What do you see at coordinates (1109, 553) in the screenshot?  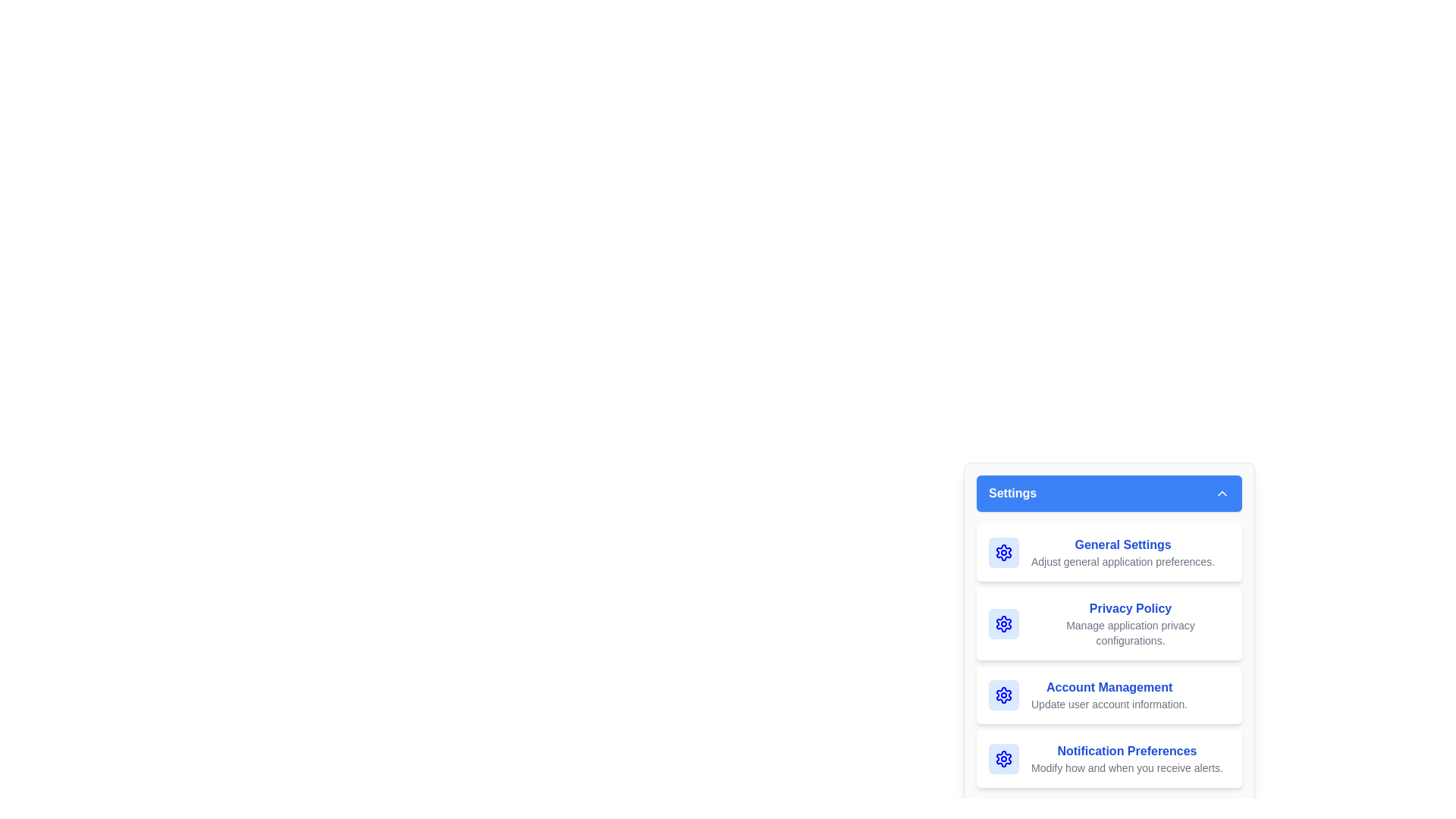 I see `the menu item General Settings from the dropdown` at bounding box center [1109, 553].